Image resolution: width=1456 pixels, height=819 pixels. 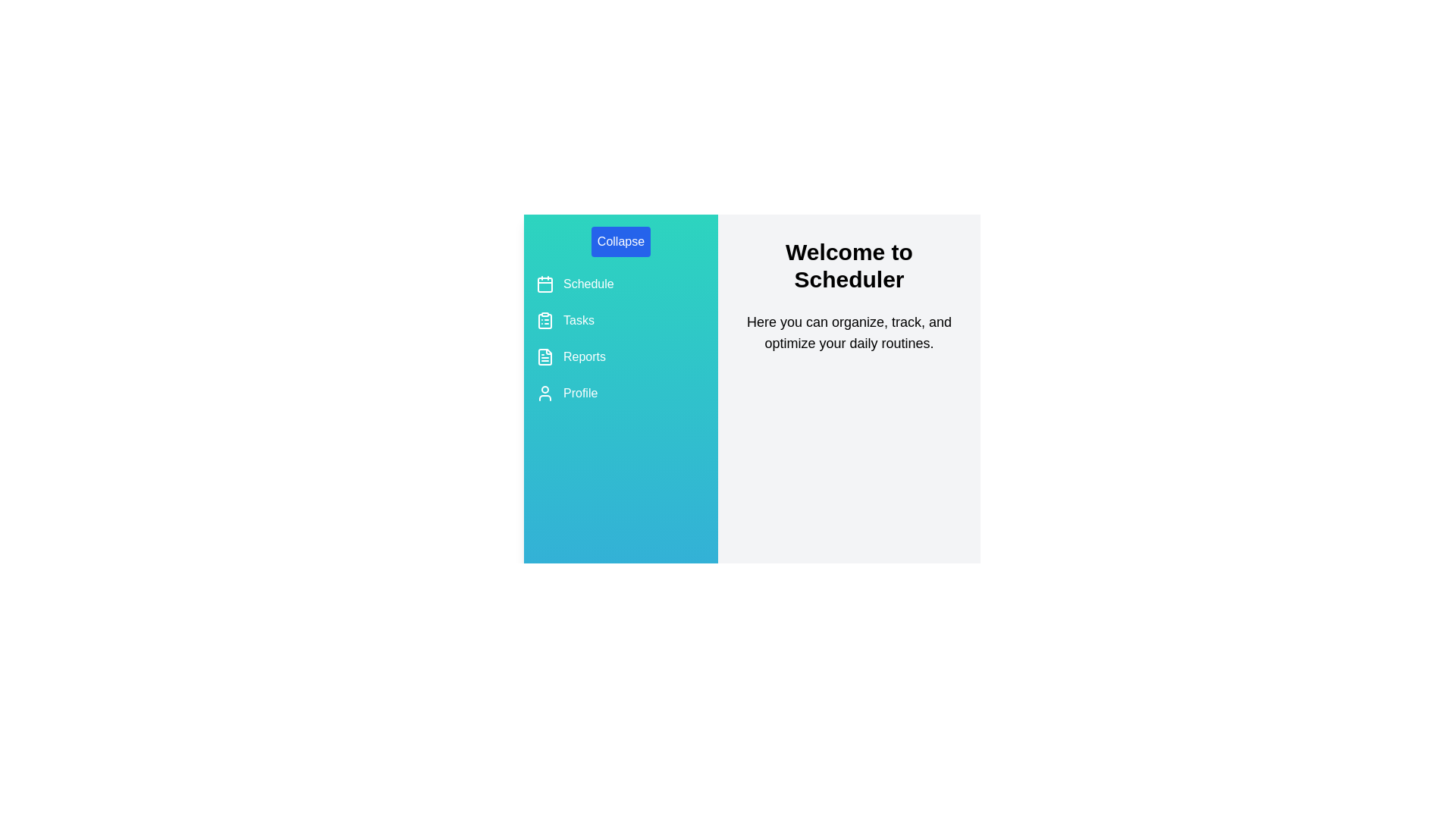 What do you see at coordinates (621, 320) in the screenshot?
I see `the 'Tasks' navigation item in the drawer` at bounding box center [621, 320].